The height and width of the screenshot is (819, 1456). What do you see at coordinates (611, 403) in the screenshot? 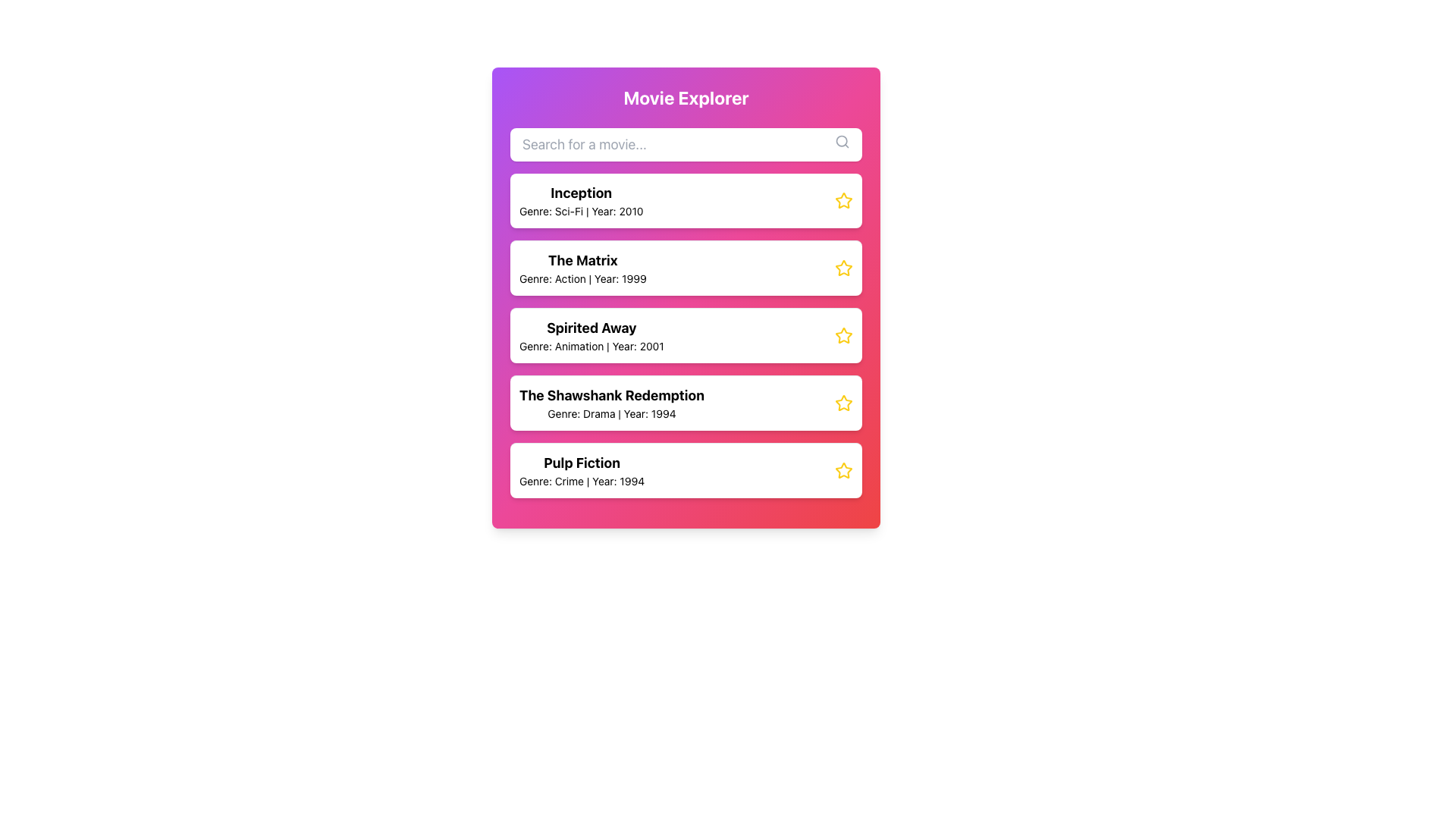
I see `the text block displaying 'The Shawshank Redemption' in bold, located in the third card of the 'Movie Explorer' section, which is between 'Spirited Away' and 'Pulp Fiction'` at bounding box center [611, 403].